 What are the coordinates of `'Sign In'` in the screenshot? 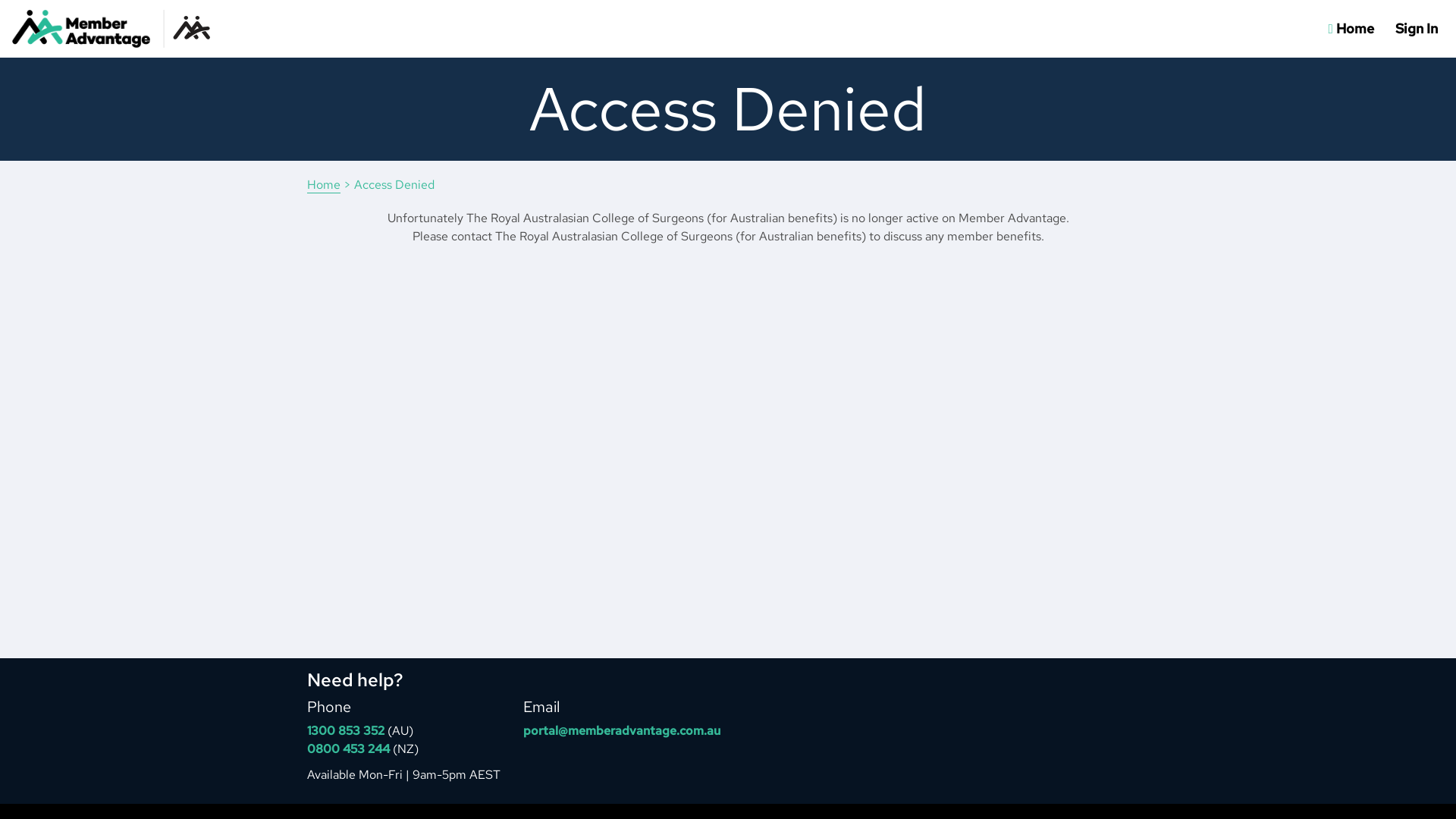 It's located at (1415, 29).